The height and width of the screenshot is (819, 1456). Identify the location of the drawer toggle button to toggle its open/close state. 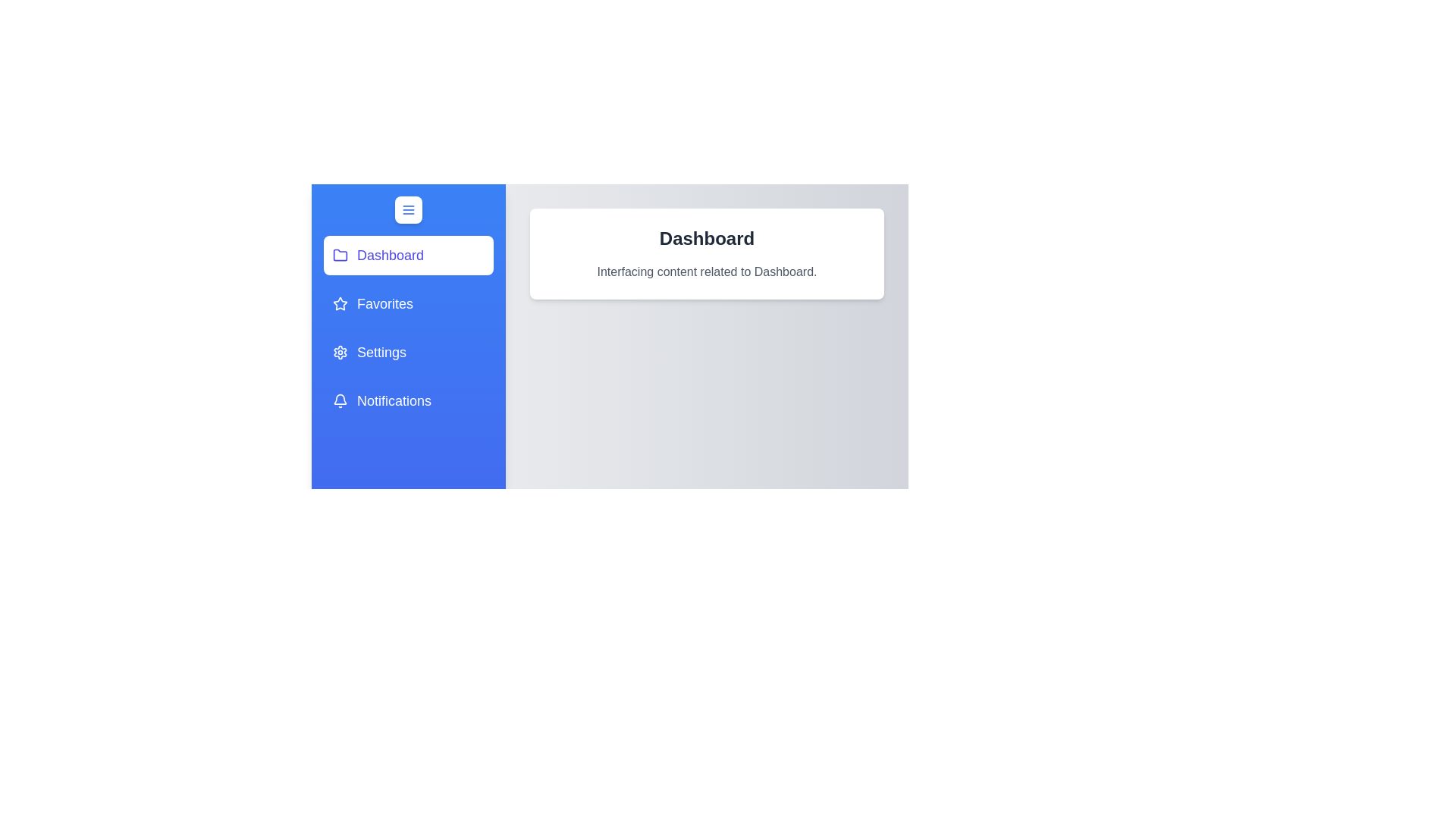
(408, 210).